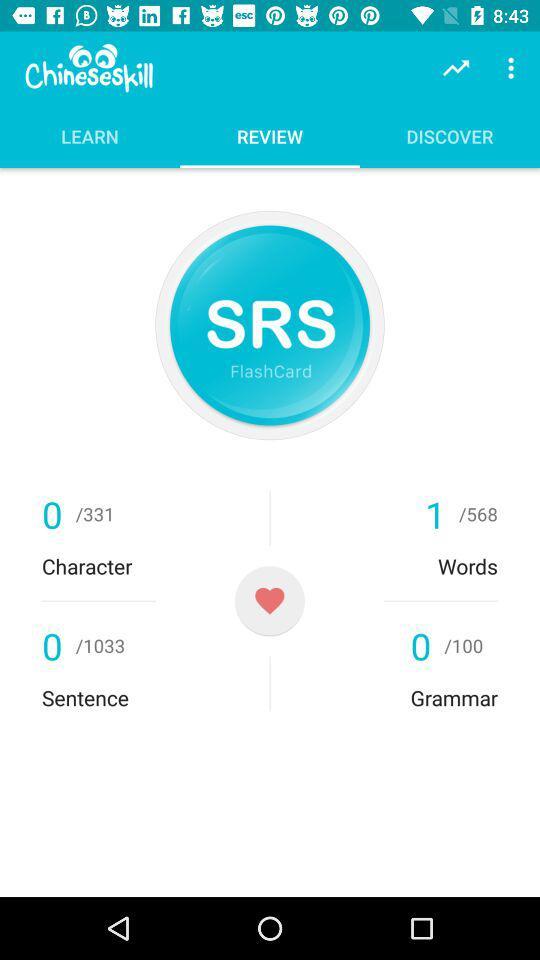 The height and width of the screenshot is (960, 540). I want to click on start flash card review, so click(270, 325).